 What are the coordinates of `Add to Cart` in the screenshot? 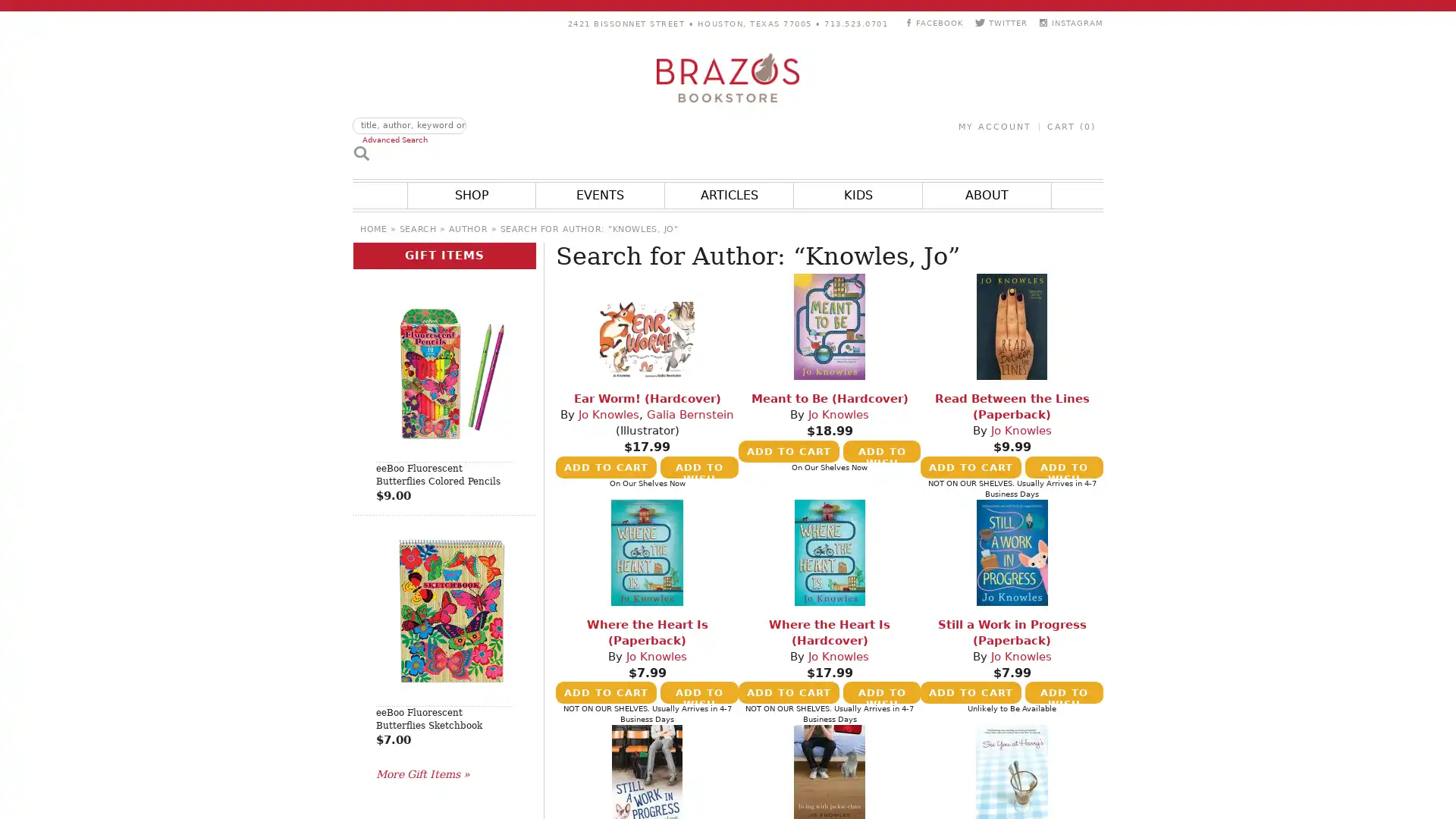 It's located at (971, 692).